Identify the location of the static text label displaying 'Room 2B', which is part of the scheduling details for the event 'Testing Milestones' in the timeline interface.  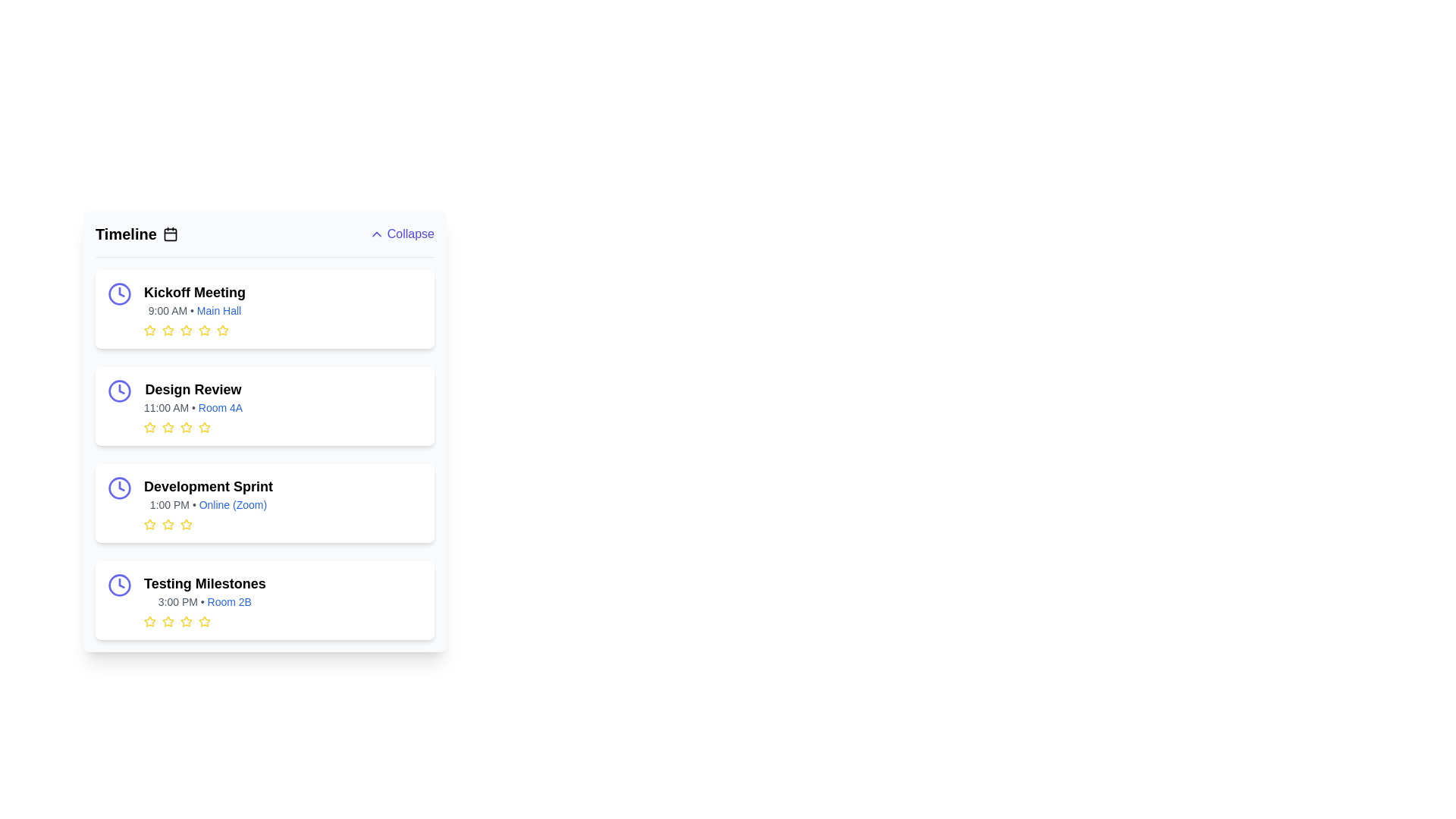
(228, 601).